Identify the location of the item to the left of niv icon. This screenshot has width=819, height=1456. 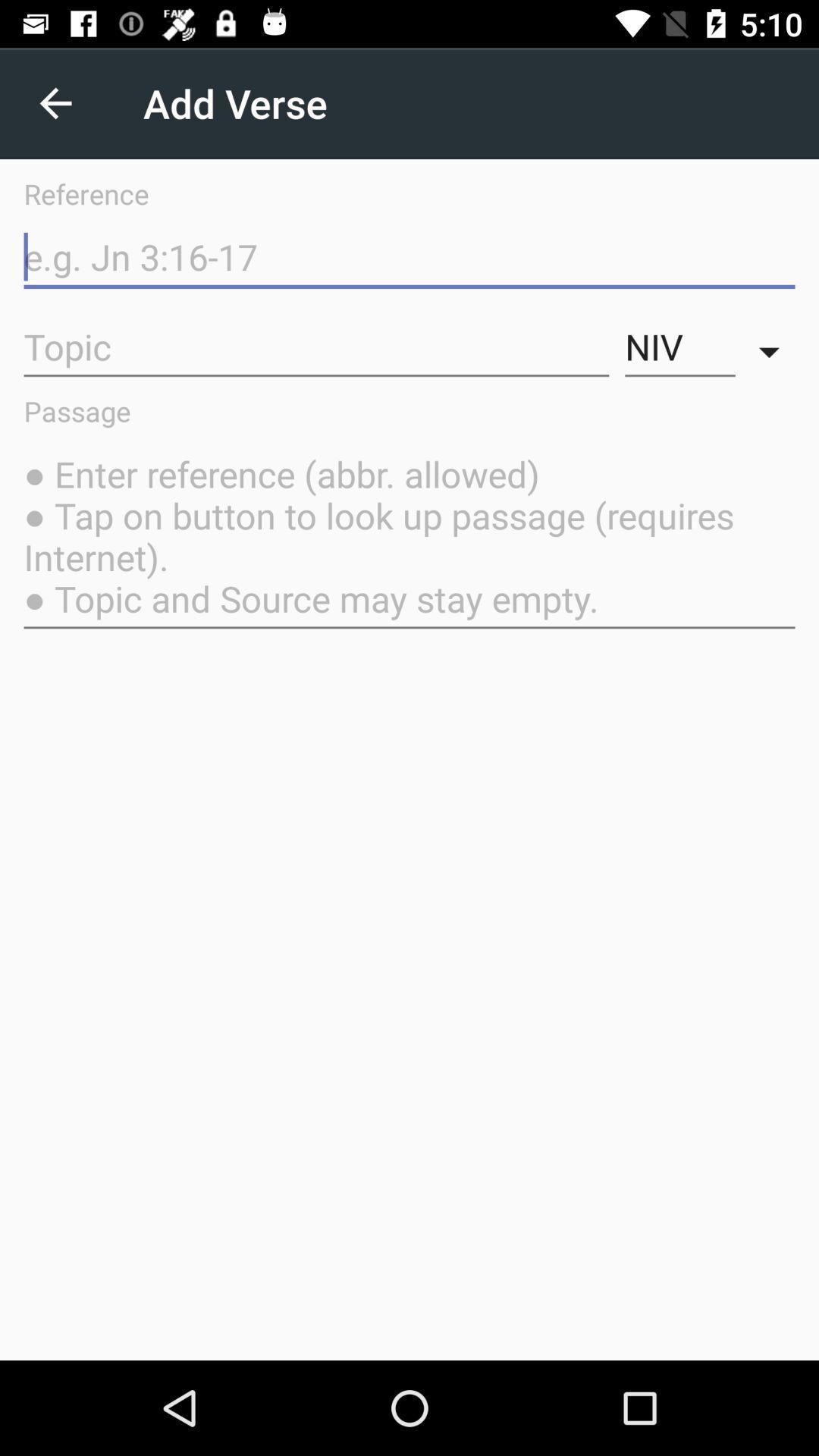
(315, 347).